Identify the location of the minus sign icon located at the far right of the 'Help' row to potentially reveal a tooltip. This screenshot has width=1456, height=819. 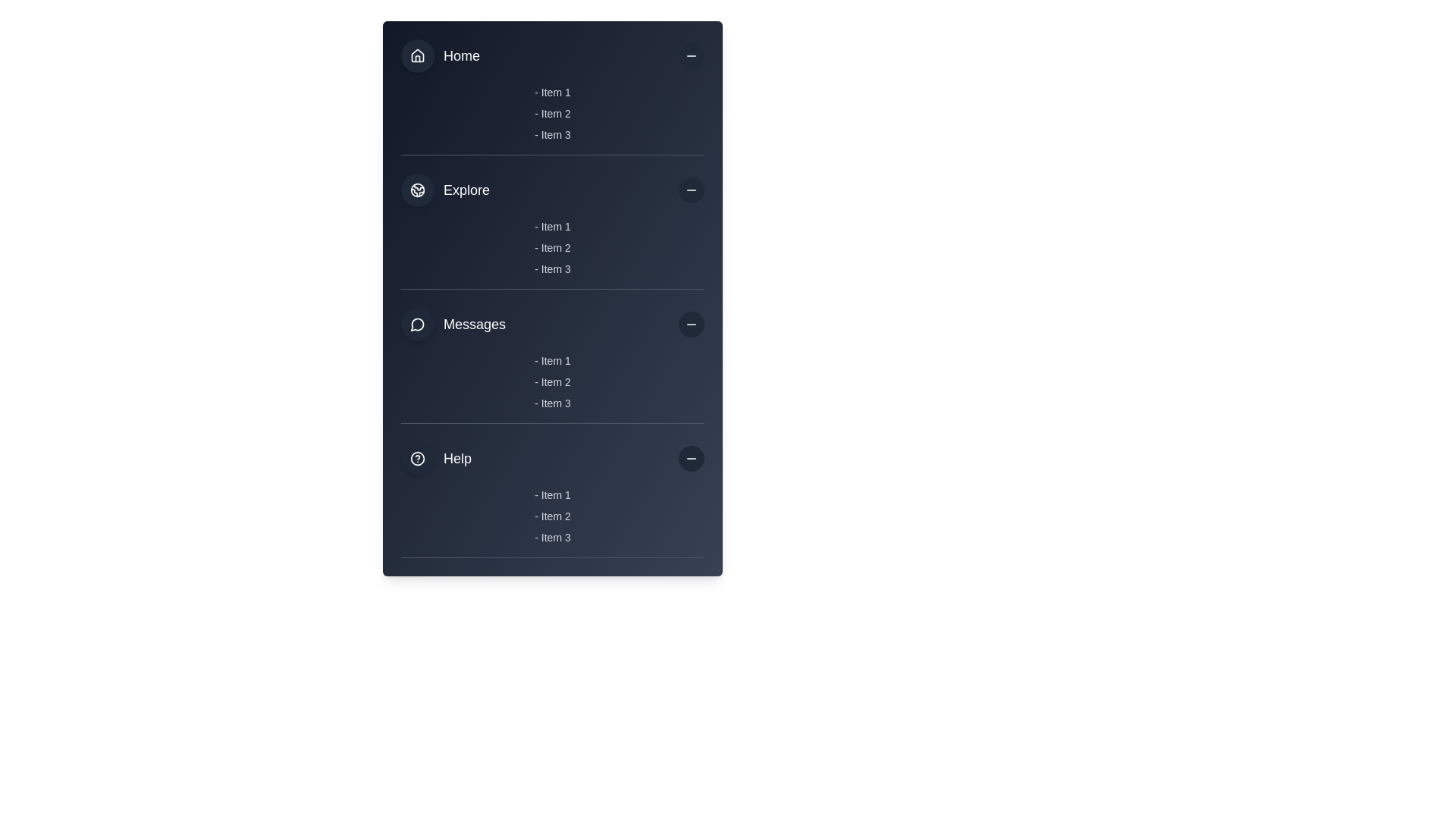
(691, 458).